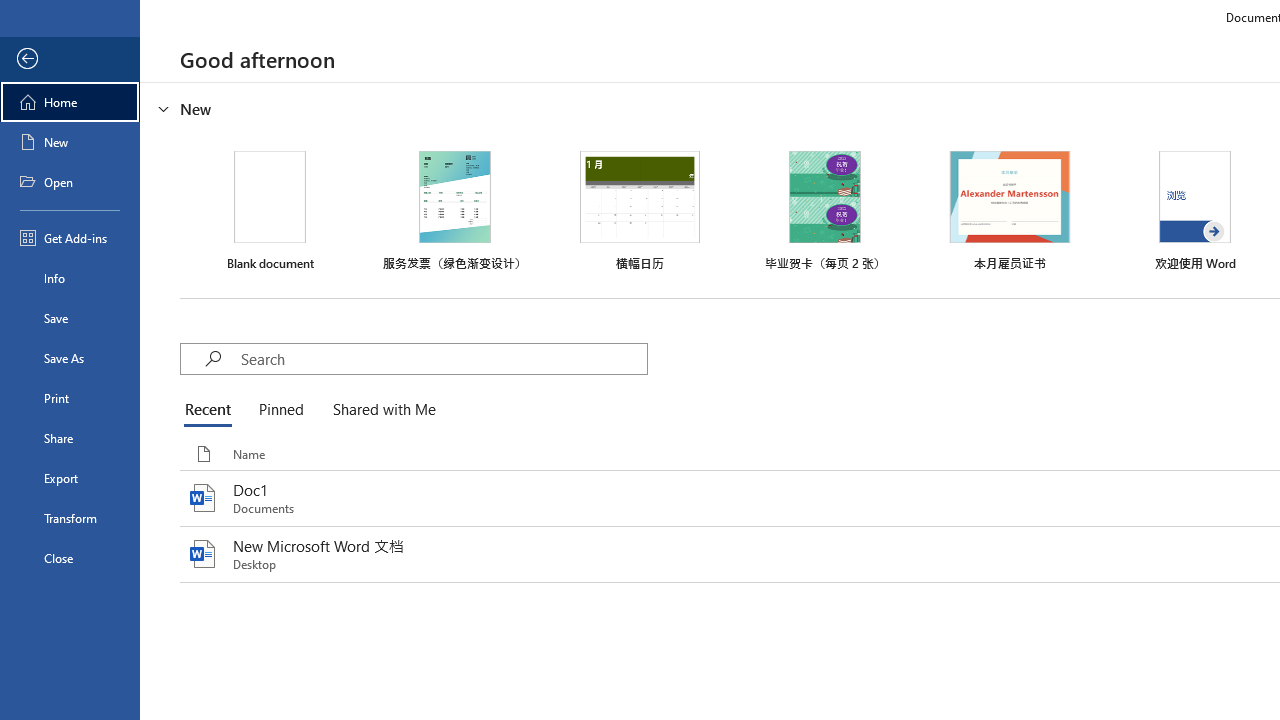  I want to click on 'Print', so click(69, 398).